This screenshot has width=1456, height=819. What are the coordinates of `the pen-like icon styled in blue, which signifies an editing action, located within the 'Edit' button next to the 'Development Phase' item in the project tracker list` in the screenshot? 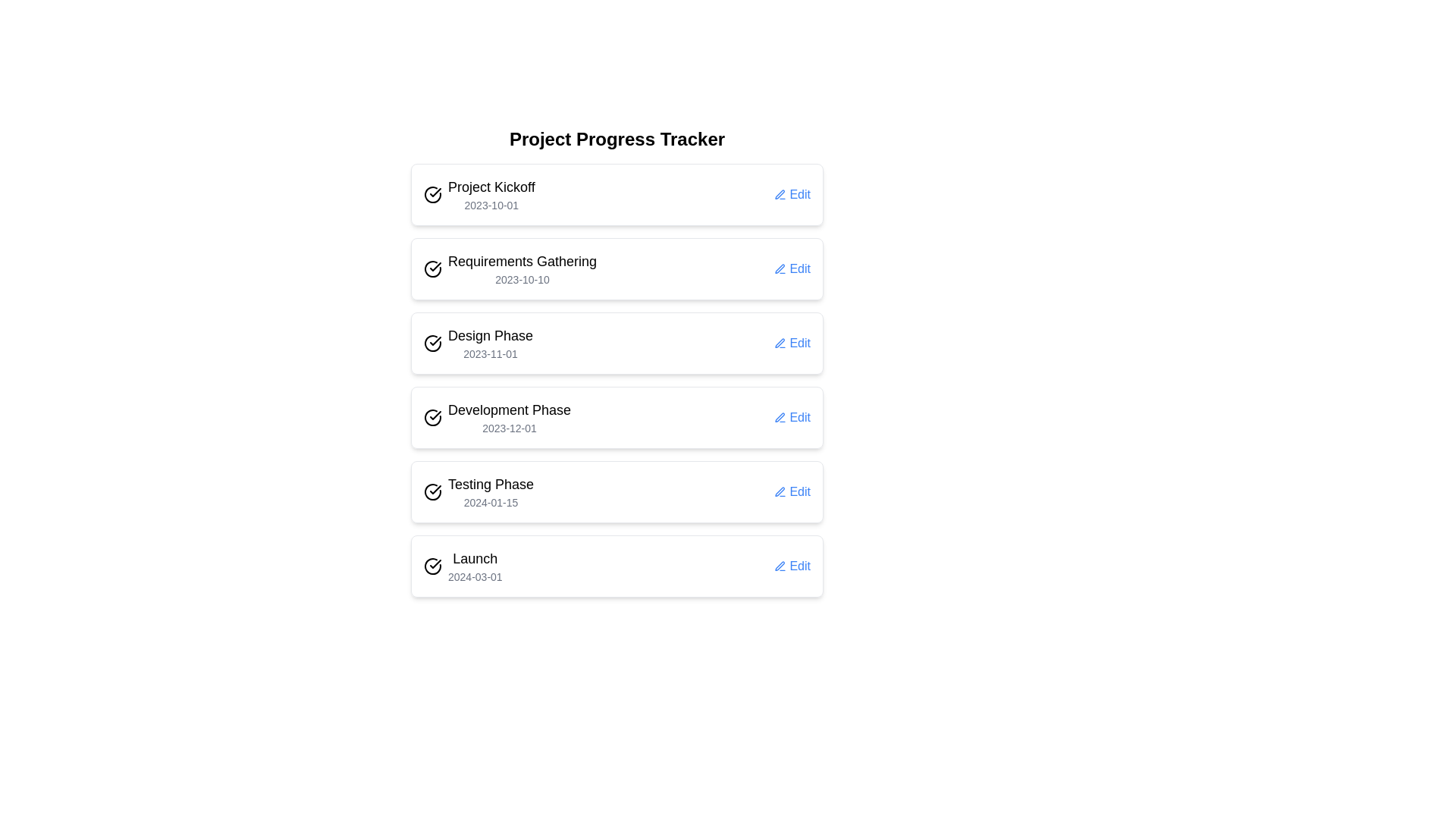 It's located at (780, 417).